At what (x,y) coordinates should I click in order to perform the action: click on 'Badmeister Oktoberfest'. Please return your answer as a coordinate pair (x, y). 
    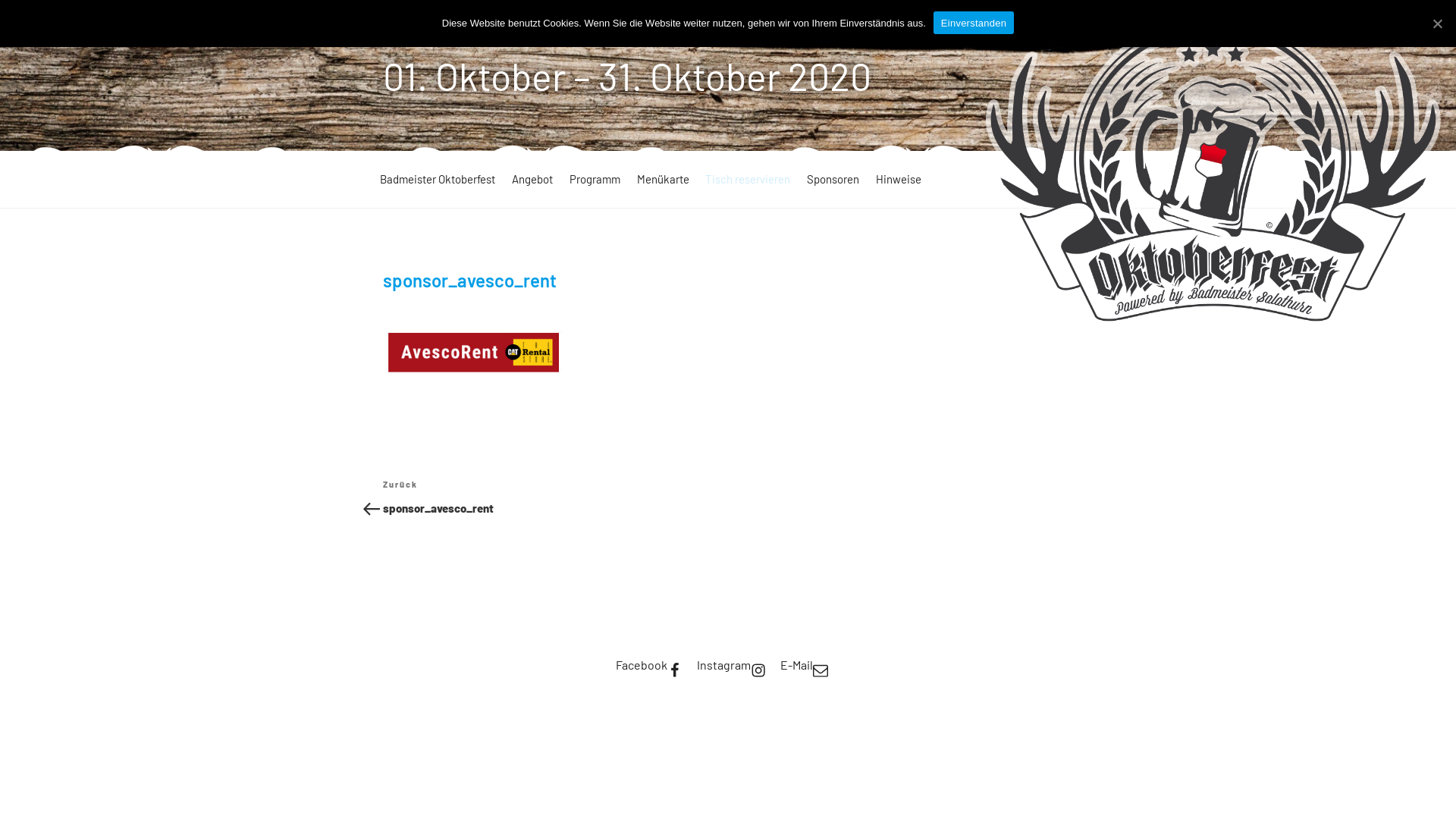
    Looking at the image, I should click on (435, 178).